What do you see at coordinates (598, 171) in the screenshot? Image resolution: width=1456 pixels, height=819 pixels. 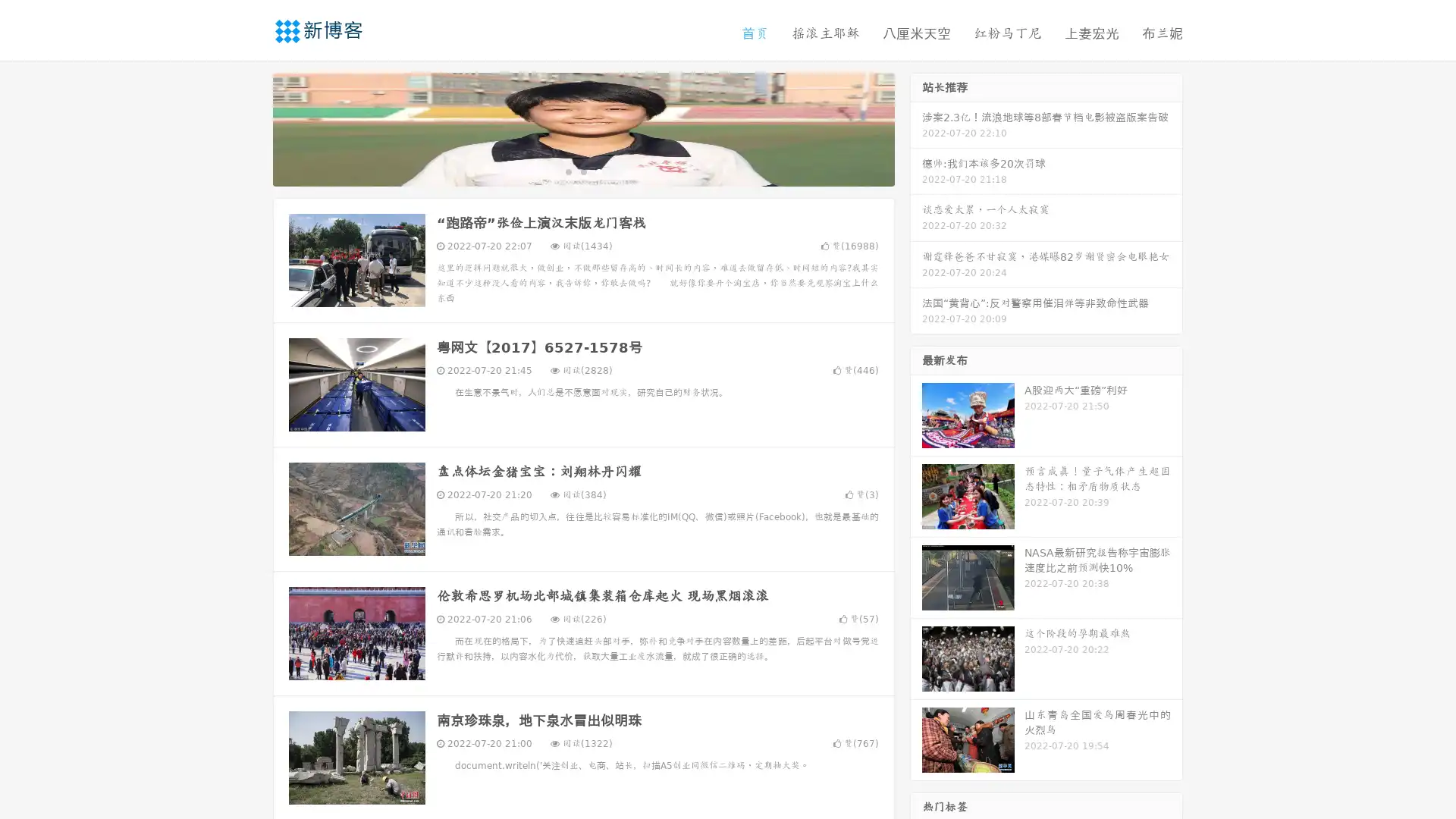 I see `Go to slide 3` at bounding box center [598, 171].